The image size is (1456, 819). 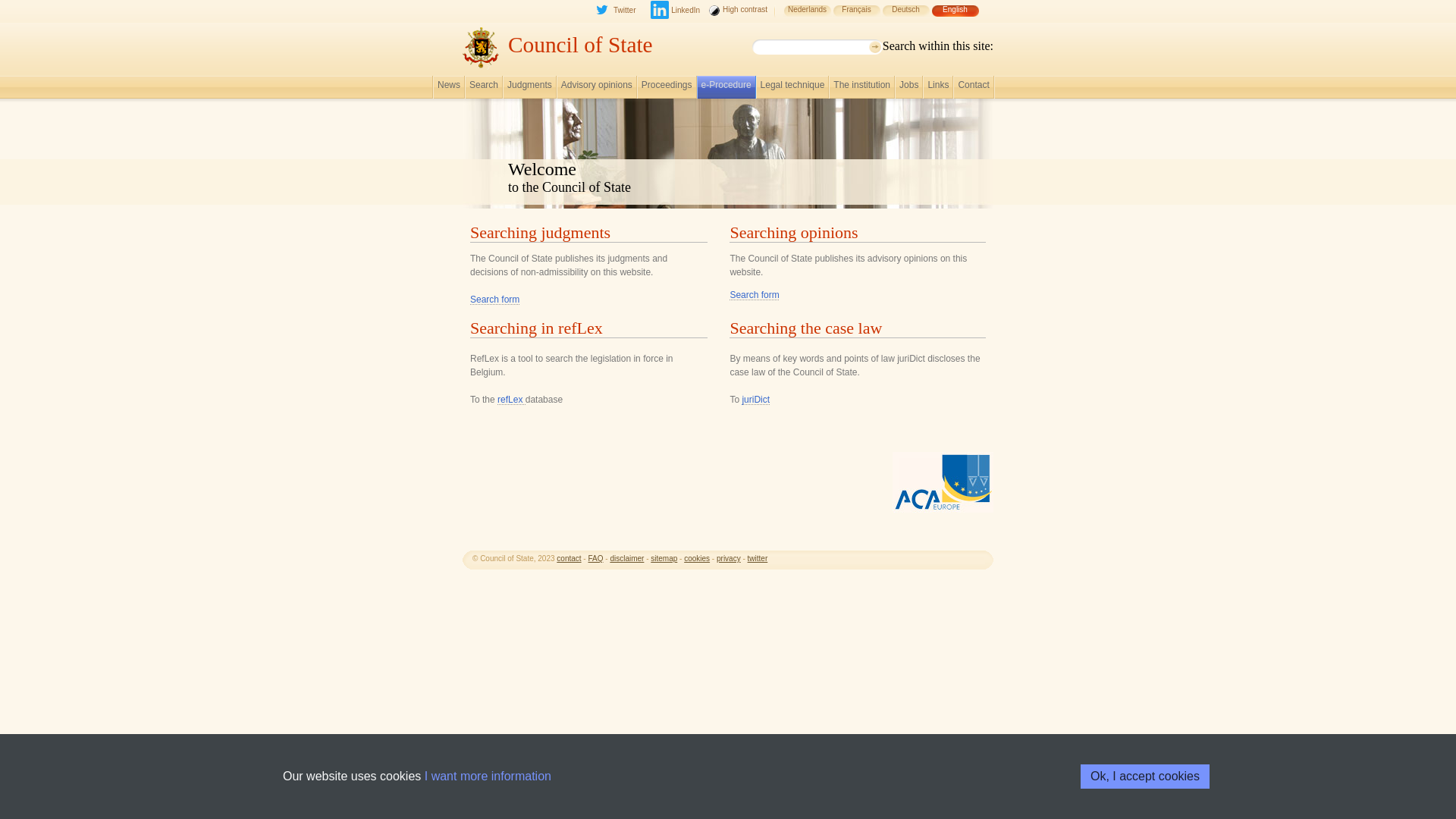 I want to click on 'Judgments', so click(x=529, y=89).